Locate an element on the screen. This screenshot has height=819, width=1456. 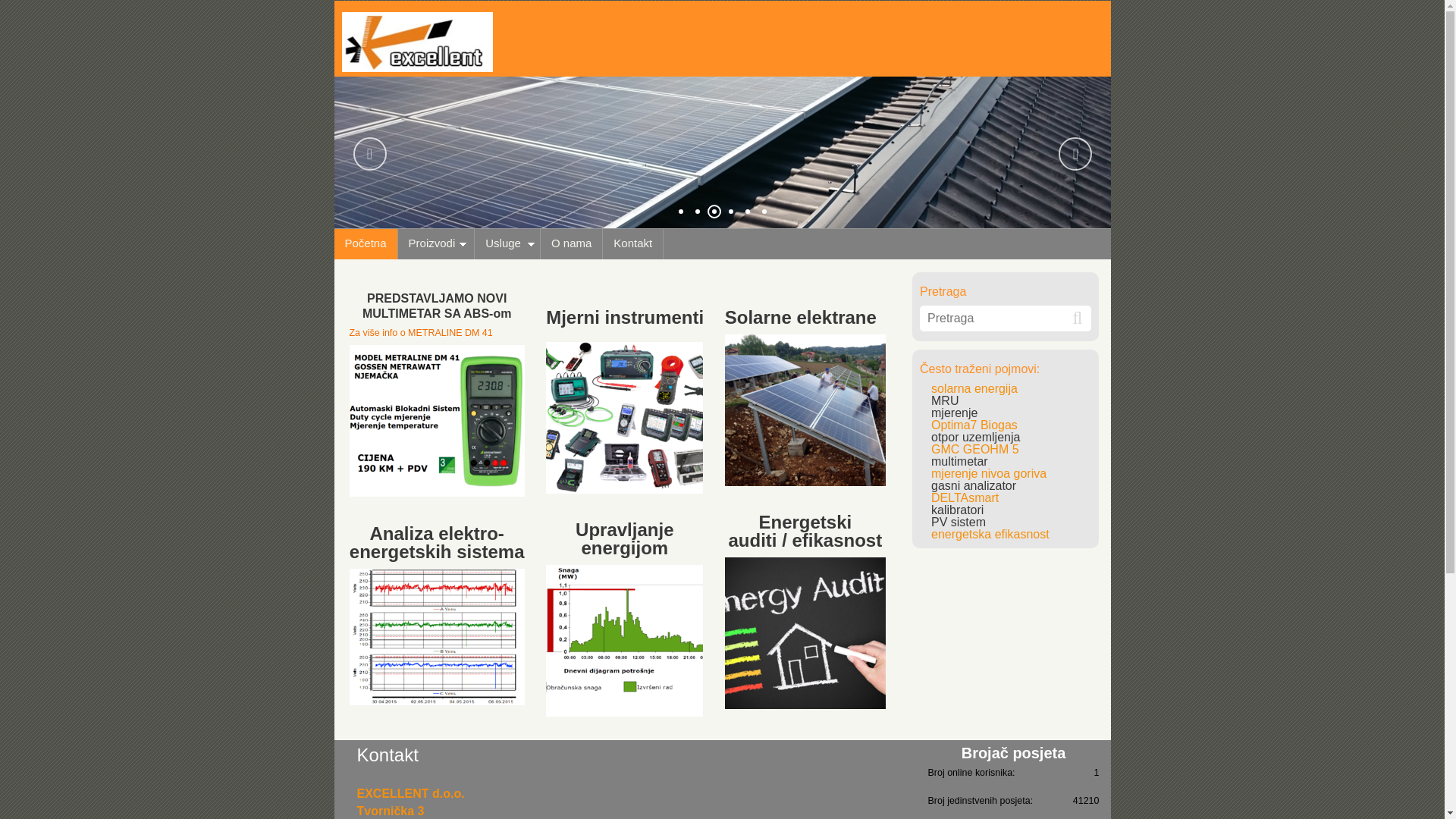
'otpor uzemljenja' is located at coordinates (975, 437).